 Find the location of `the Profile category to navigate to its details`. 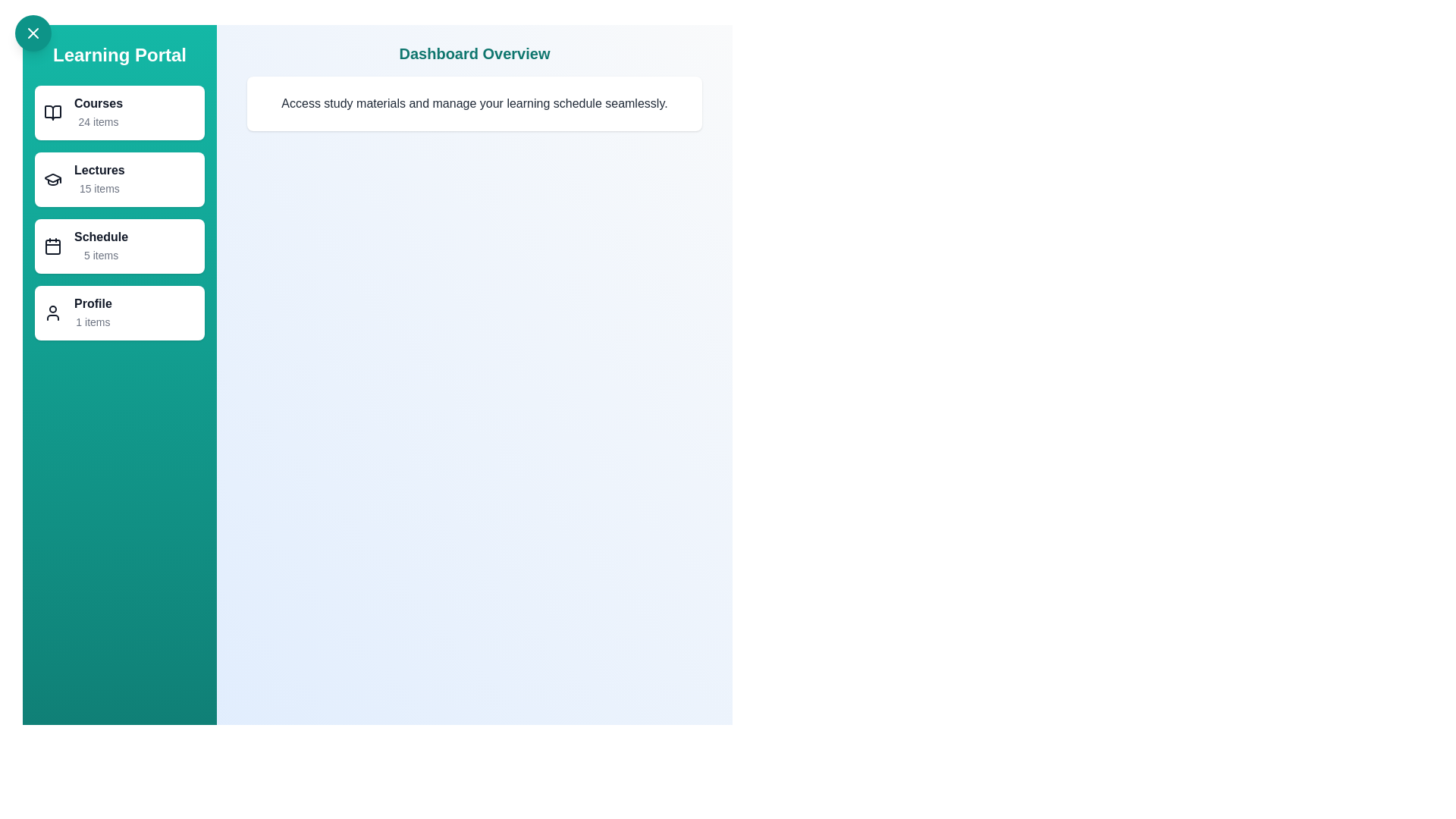

the Profile category to navigate to its details is located at coordinates (119, 312).